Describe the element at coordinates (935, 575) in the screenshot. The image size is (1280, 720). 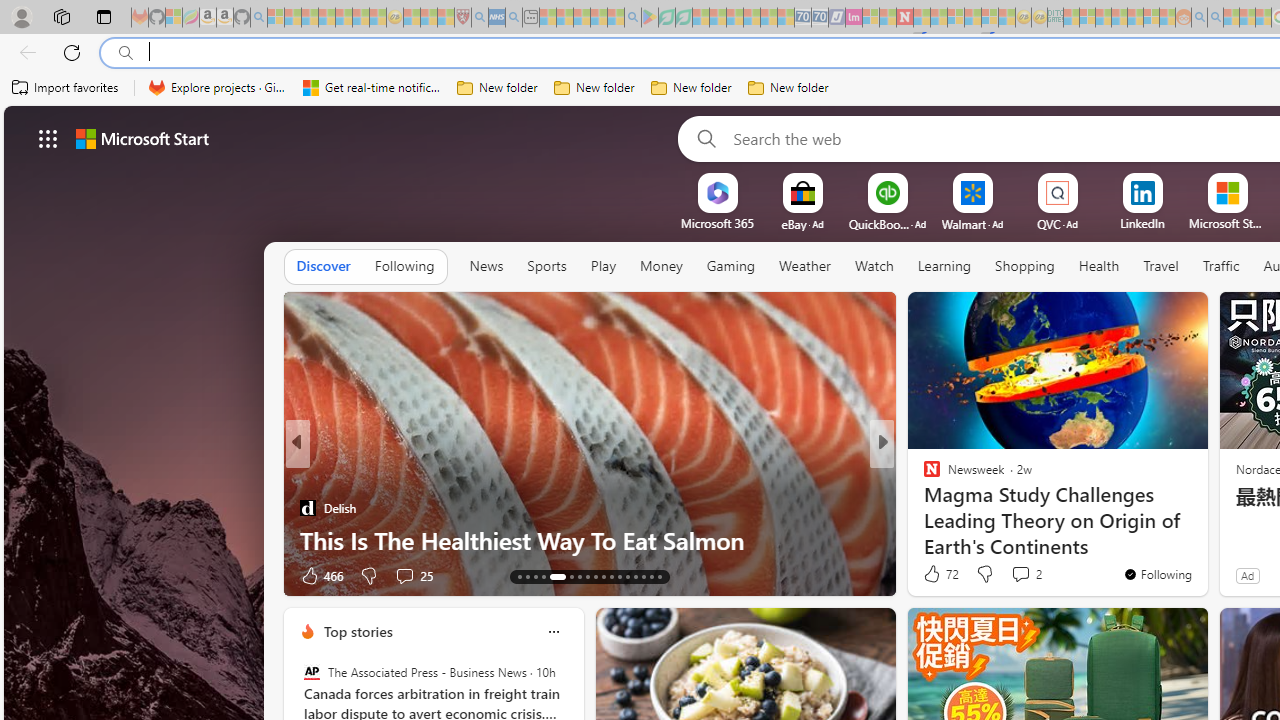
I see `'311 Like'` at that location.